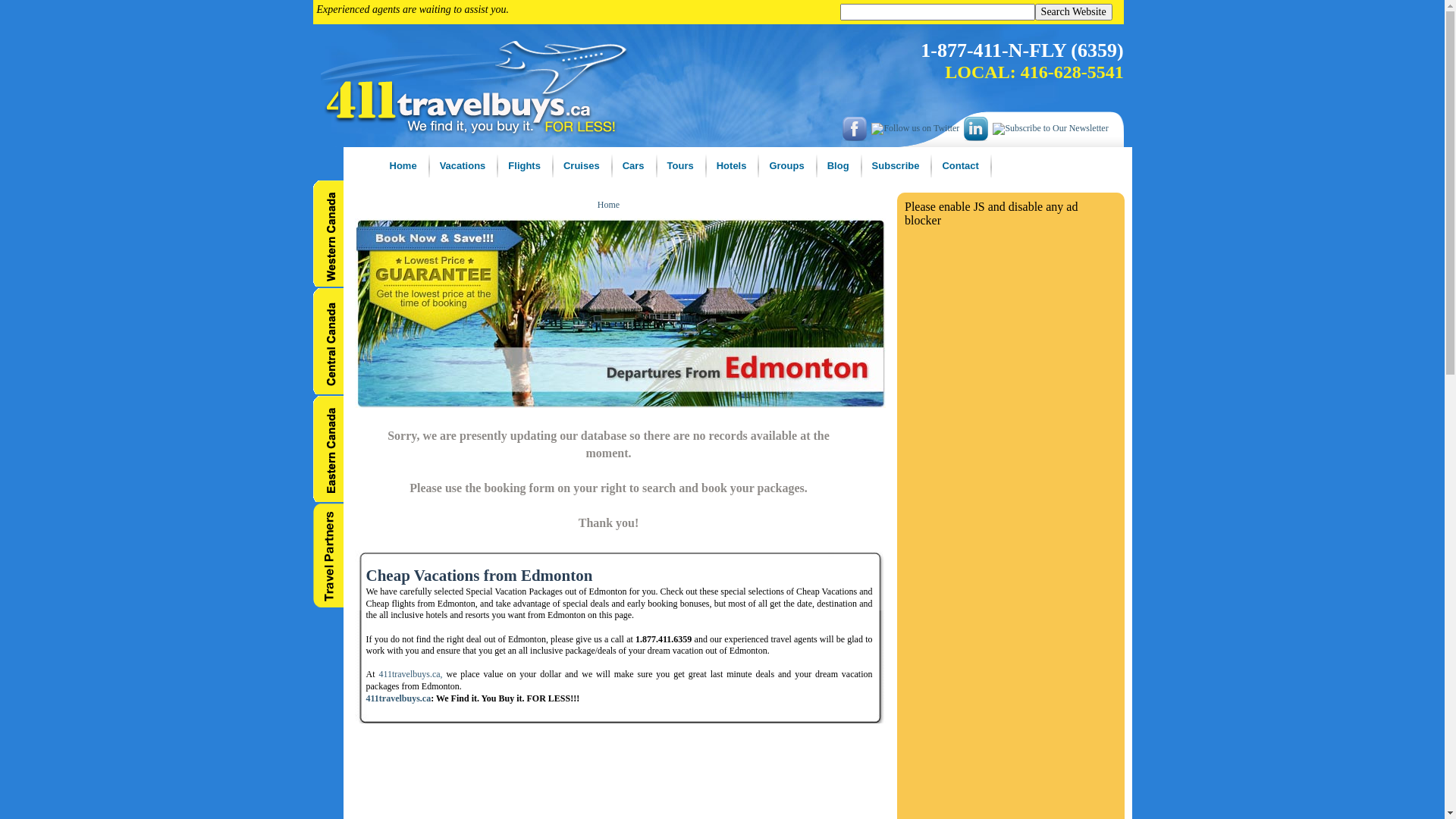 The height and width of the screenshot is (819, 1456). What do you see at coordinates (366, 189) in the screenshot?
I see `'Home'` at bounding box center [366, 189].